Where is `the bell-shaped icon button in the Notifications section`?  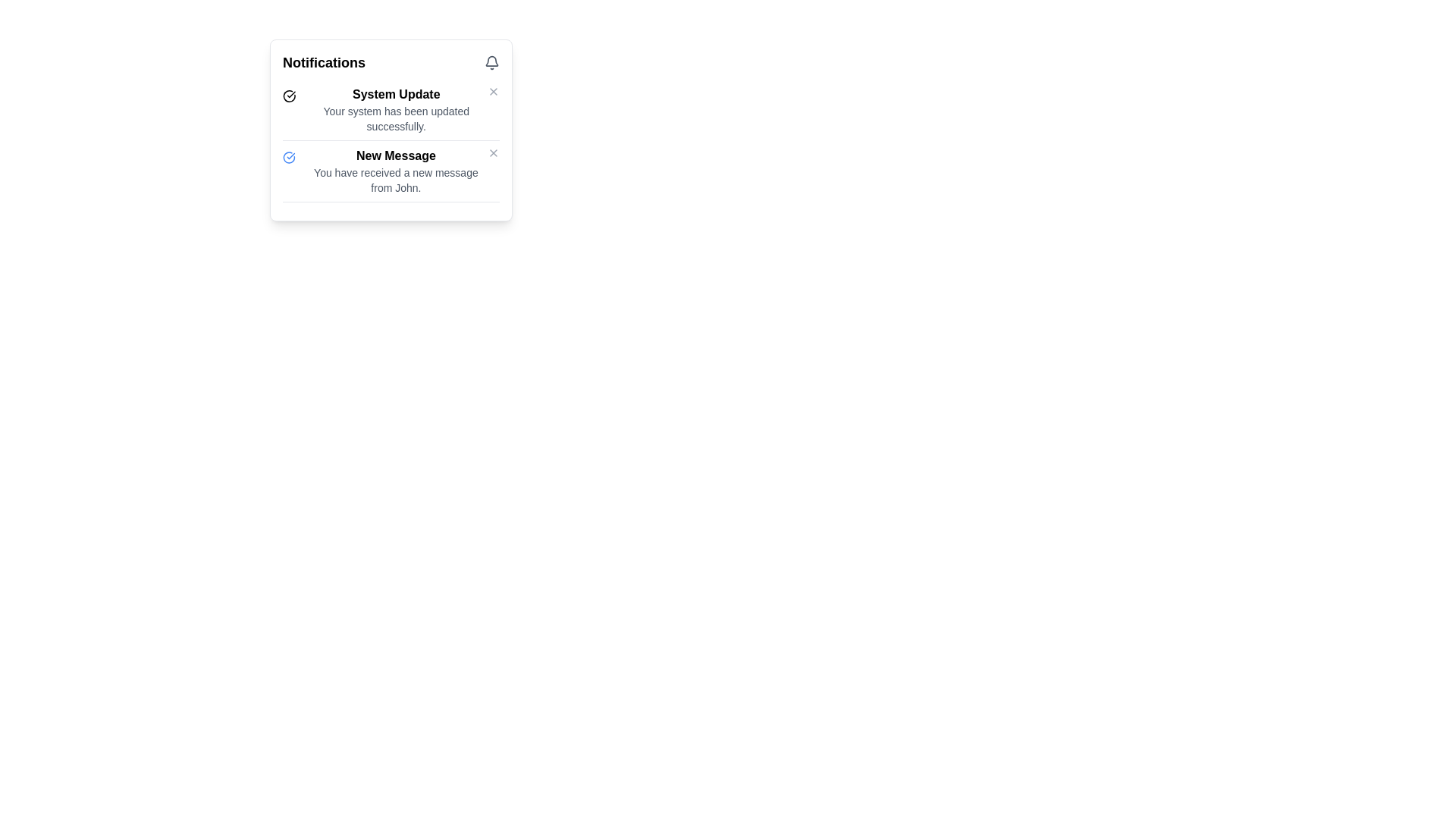
the bell-shaped icon button in the Notifications section is located at coordinates (491, 62).